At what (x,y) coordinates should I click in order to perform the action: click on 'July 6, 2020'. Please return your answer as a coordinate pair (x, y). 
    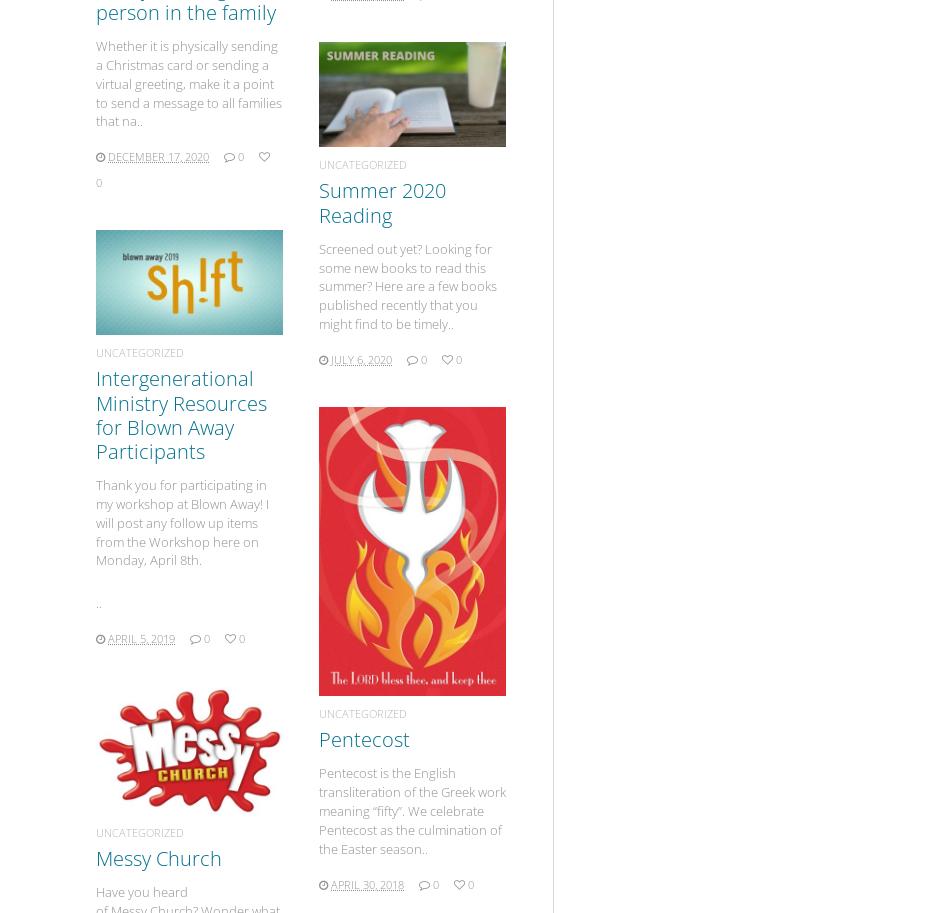
    Looking at the image, I should click on (360, 358).